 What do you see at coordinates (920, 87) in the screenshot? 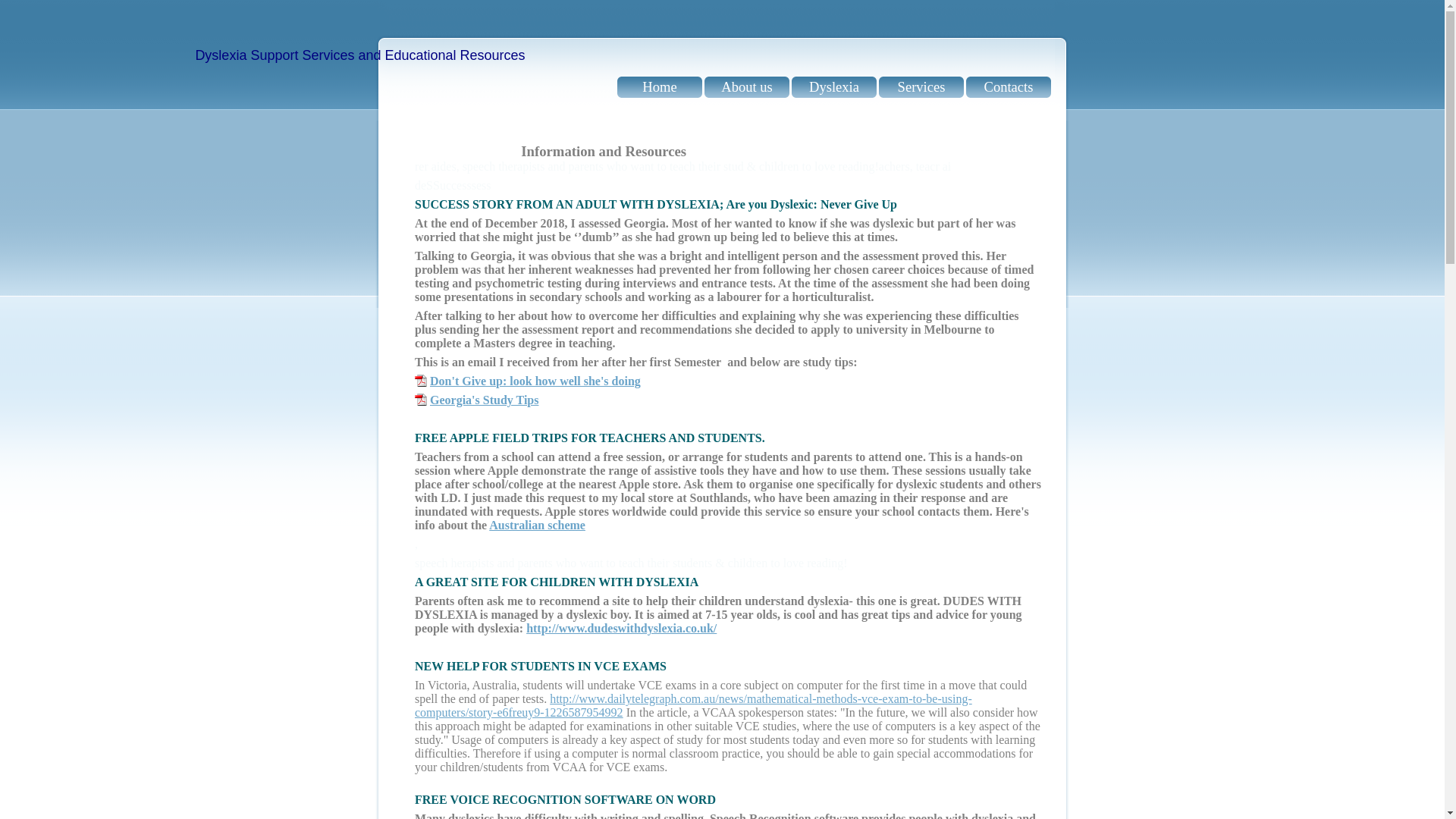
I see `'Services'` at bounding box center [920, 87].